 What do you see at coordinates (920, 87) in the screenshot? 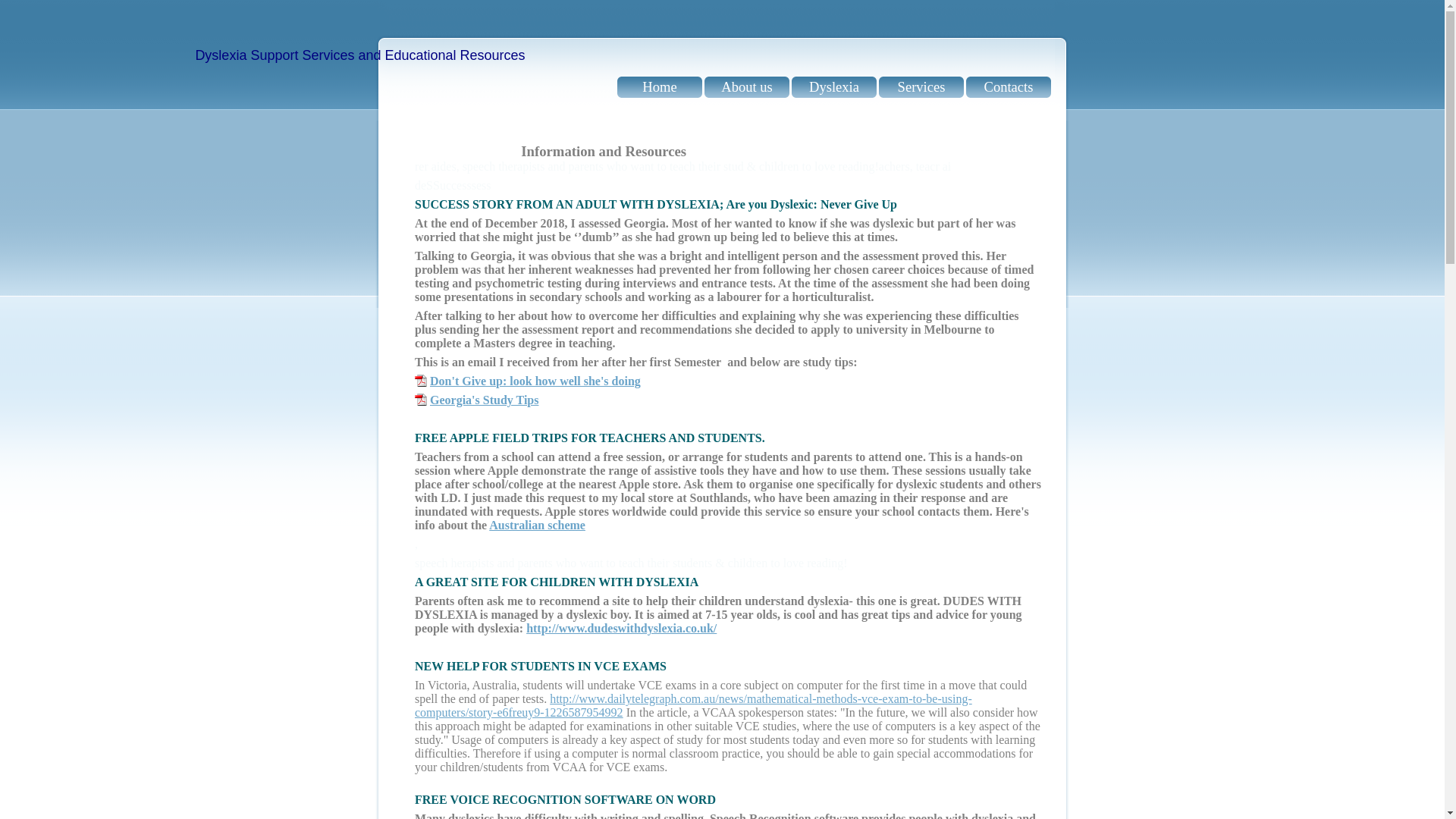
I see `'Services'` at bounding box center [920, 87].